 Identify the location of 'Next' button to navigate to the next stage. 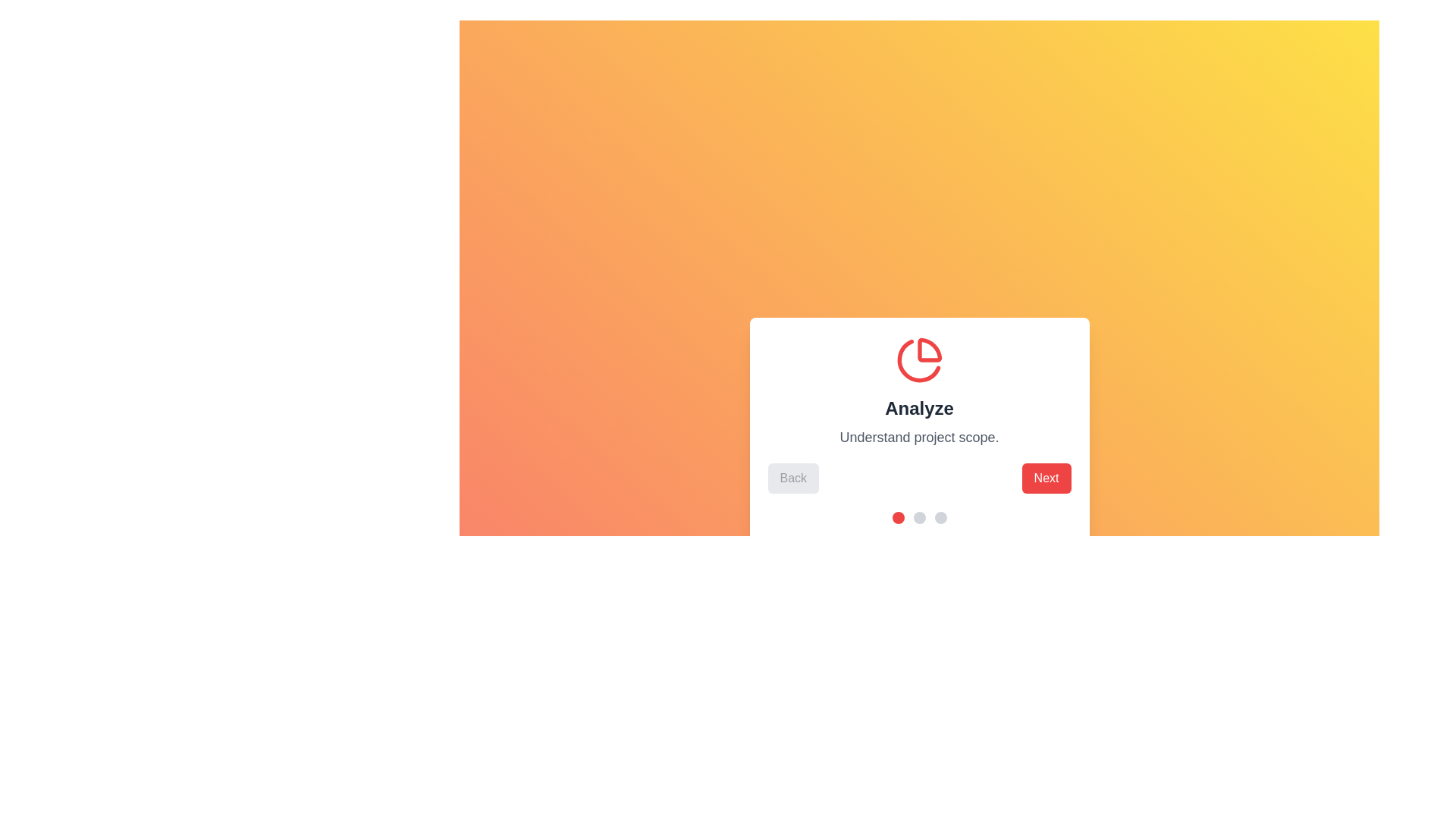
(1046, 479).